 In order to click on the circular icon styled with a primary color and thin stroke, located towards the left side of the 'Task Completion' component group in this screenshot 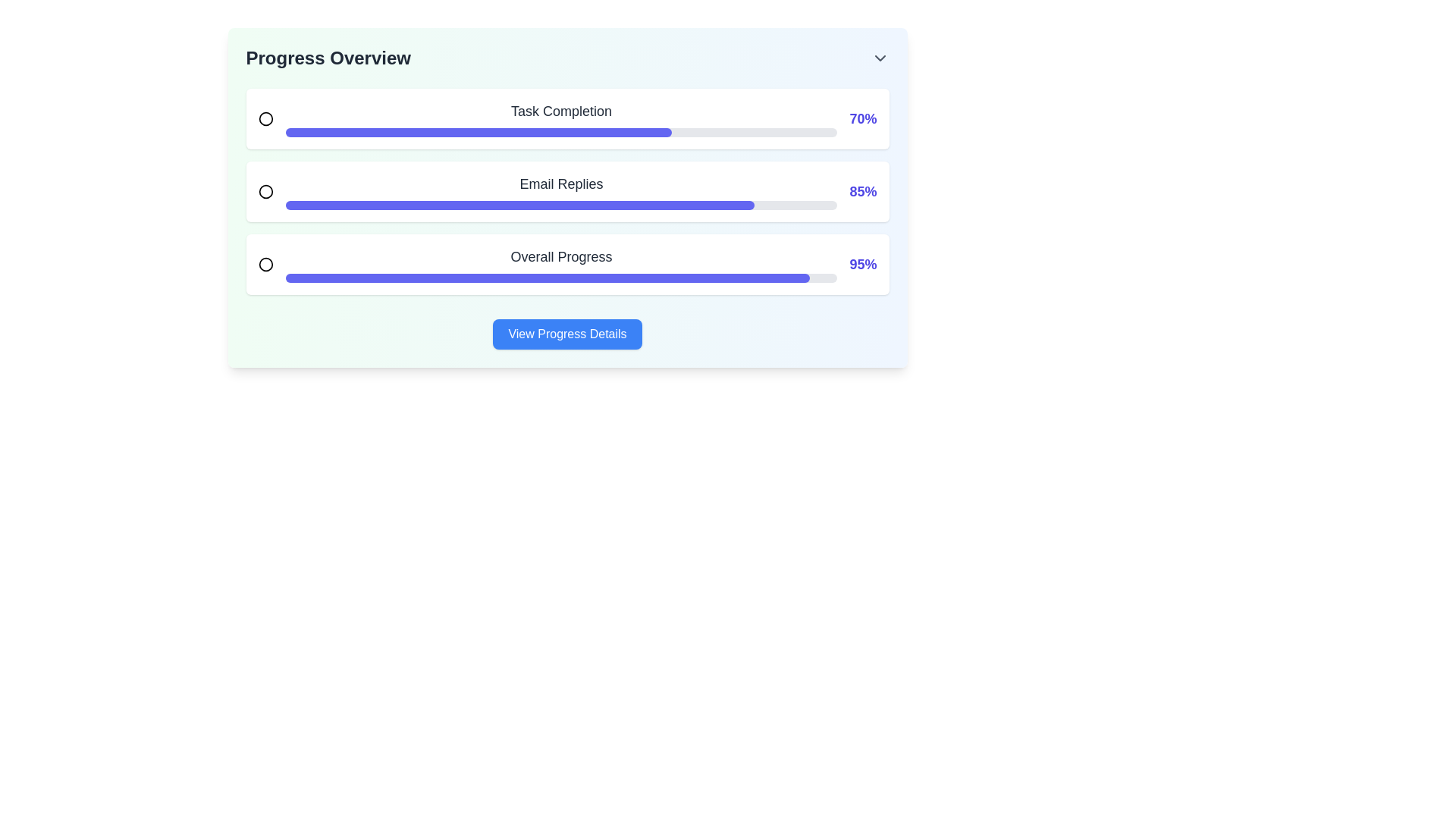, I will do `click(265, 118)`.